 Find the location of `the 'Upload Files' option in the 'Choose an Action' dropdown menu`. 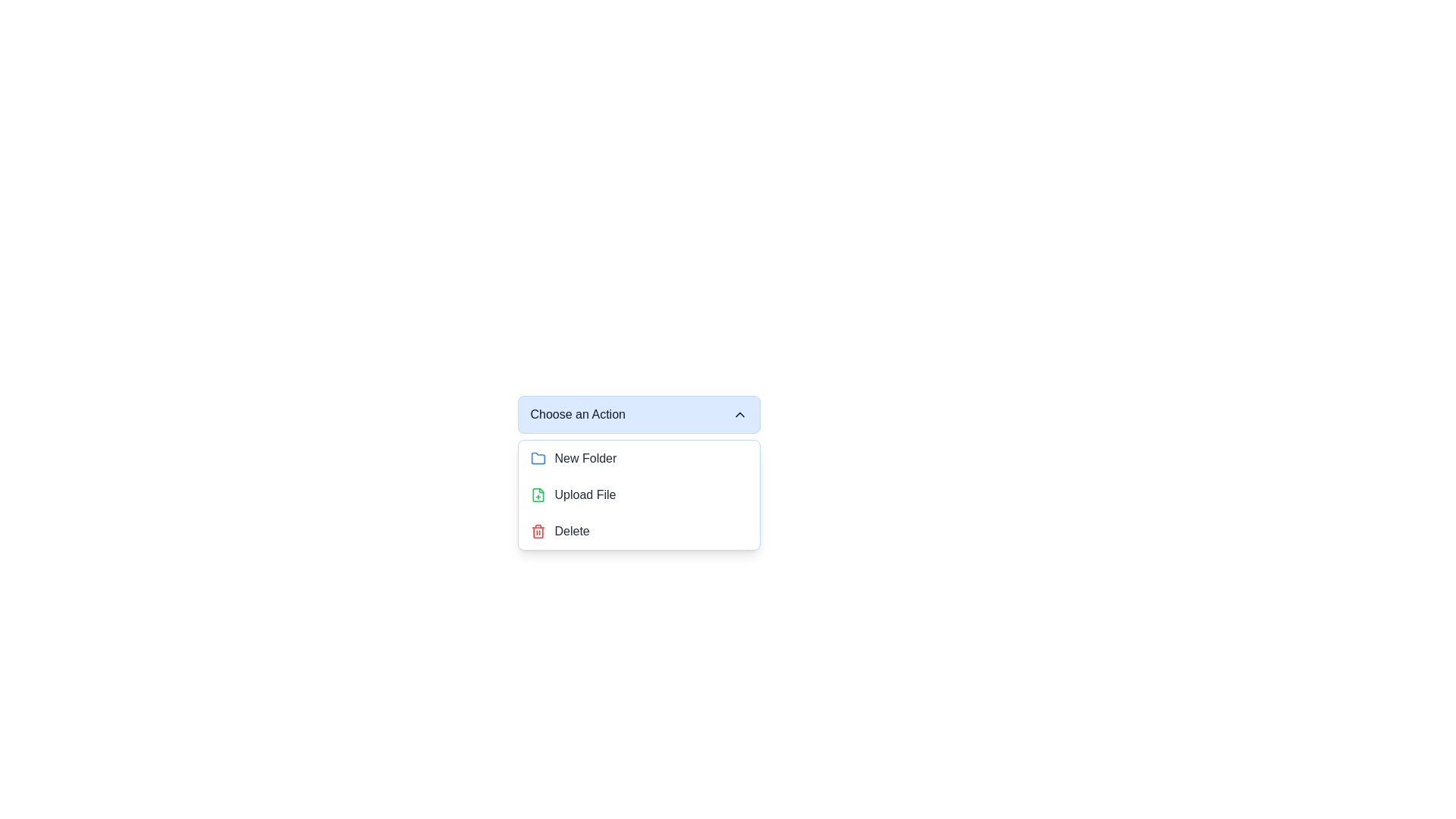

the 'Upload Files' option in the 'Choose an Action' dropdown menu is located at coordinates (585, 494).